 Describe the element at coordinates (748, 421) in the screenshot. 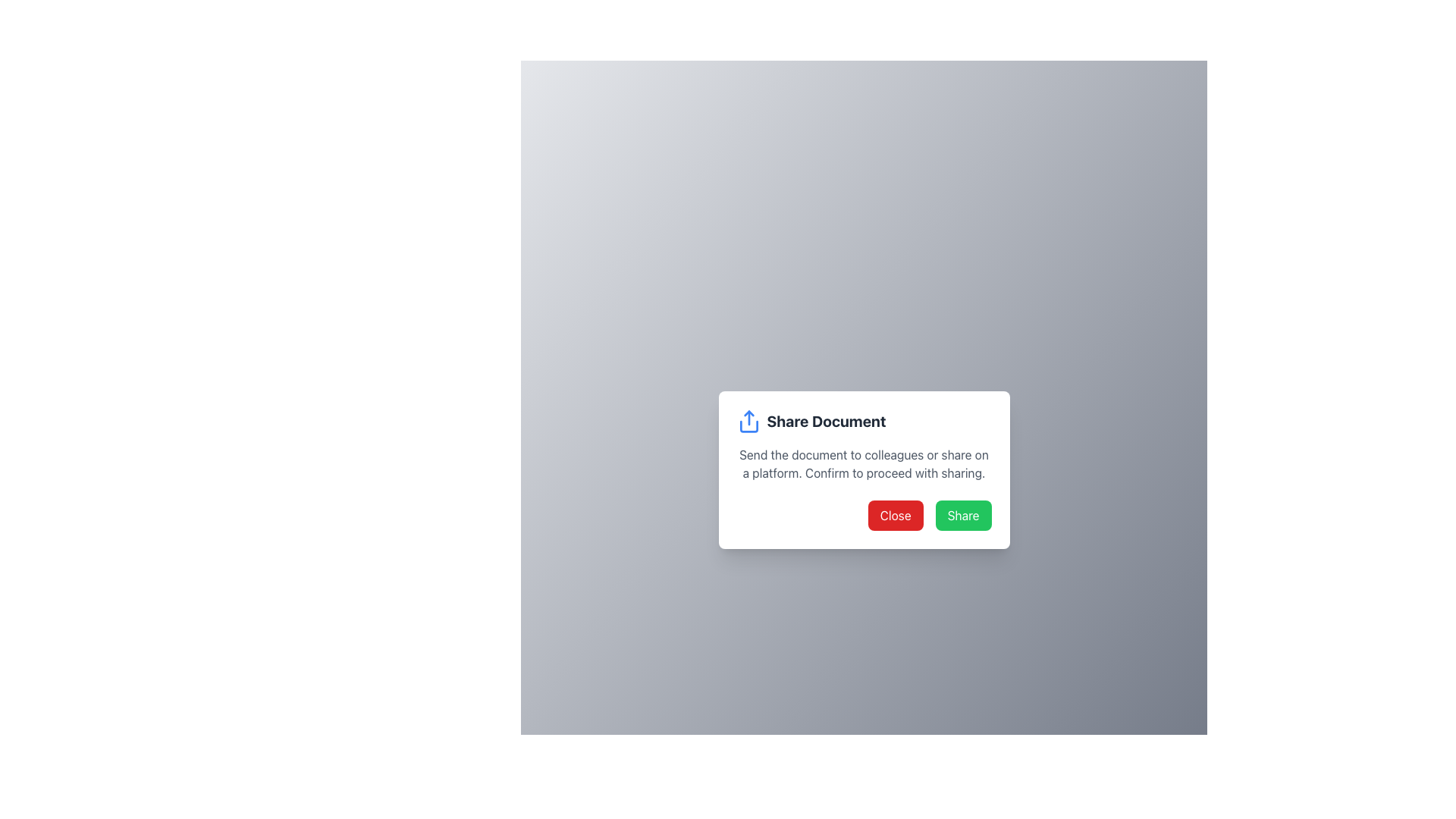

I see `the blue upward-pointing arrow icon to the left of the 'Share Document' text` at that location.